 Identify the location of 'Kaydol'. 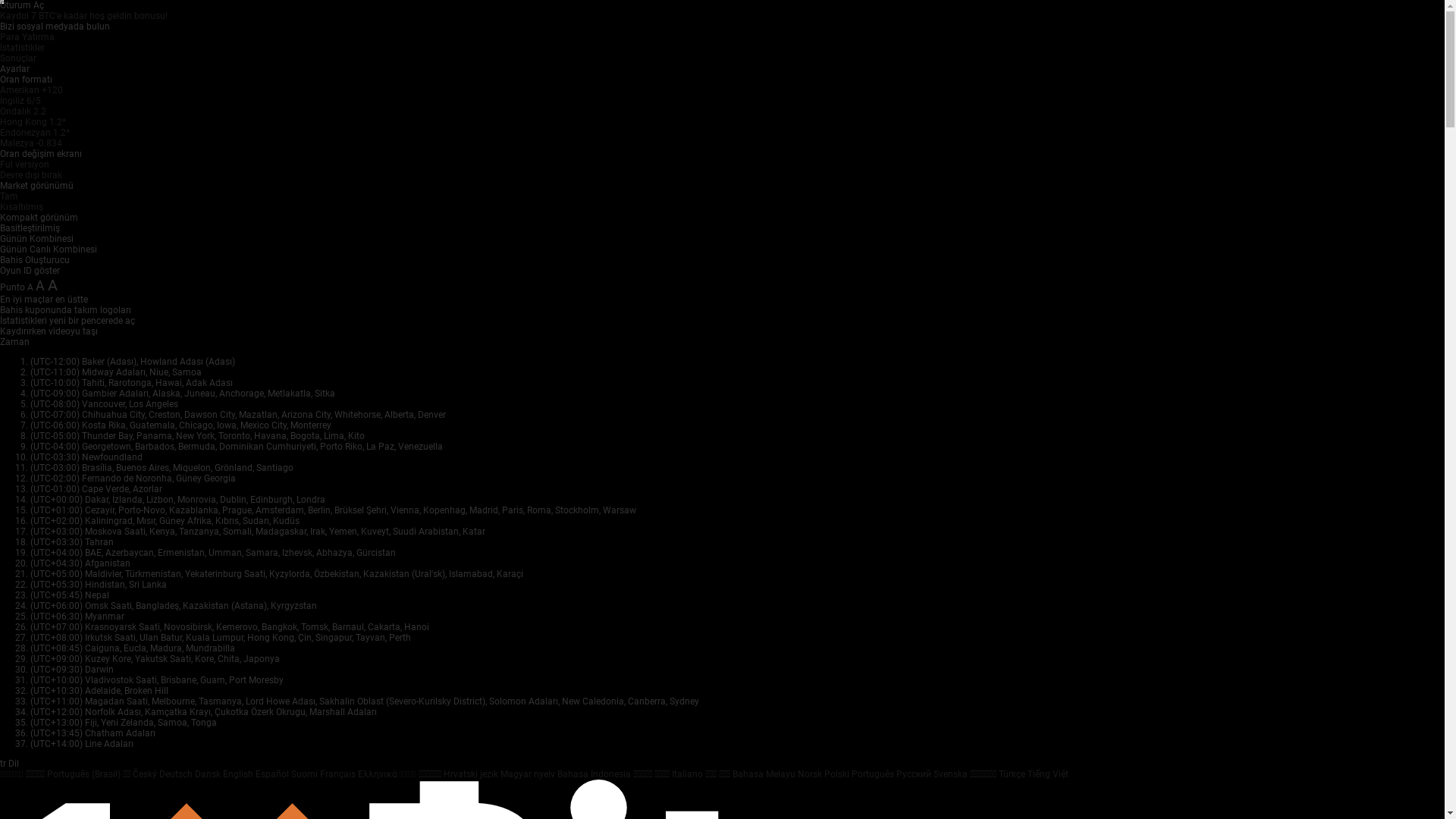
(15, 15).